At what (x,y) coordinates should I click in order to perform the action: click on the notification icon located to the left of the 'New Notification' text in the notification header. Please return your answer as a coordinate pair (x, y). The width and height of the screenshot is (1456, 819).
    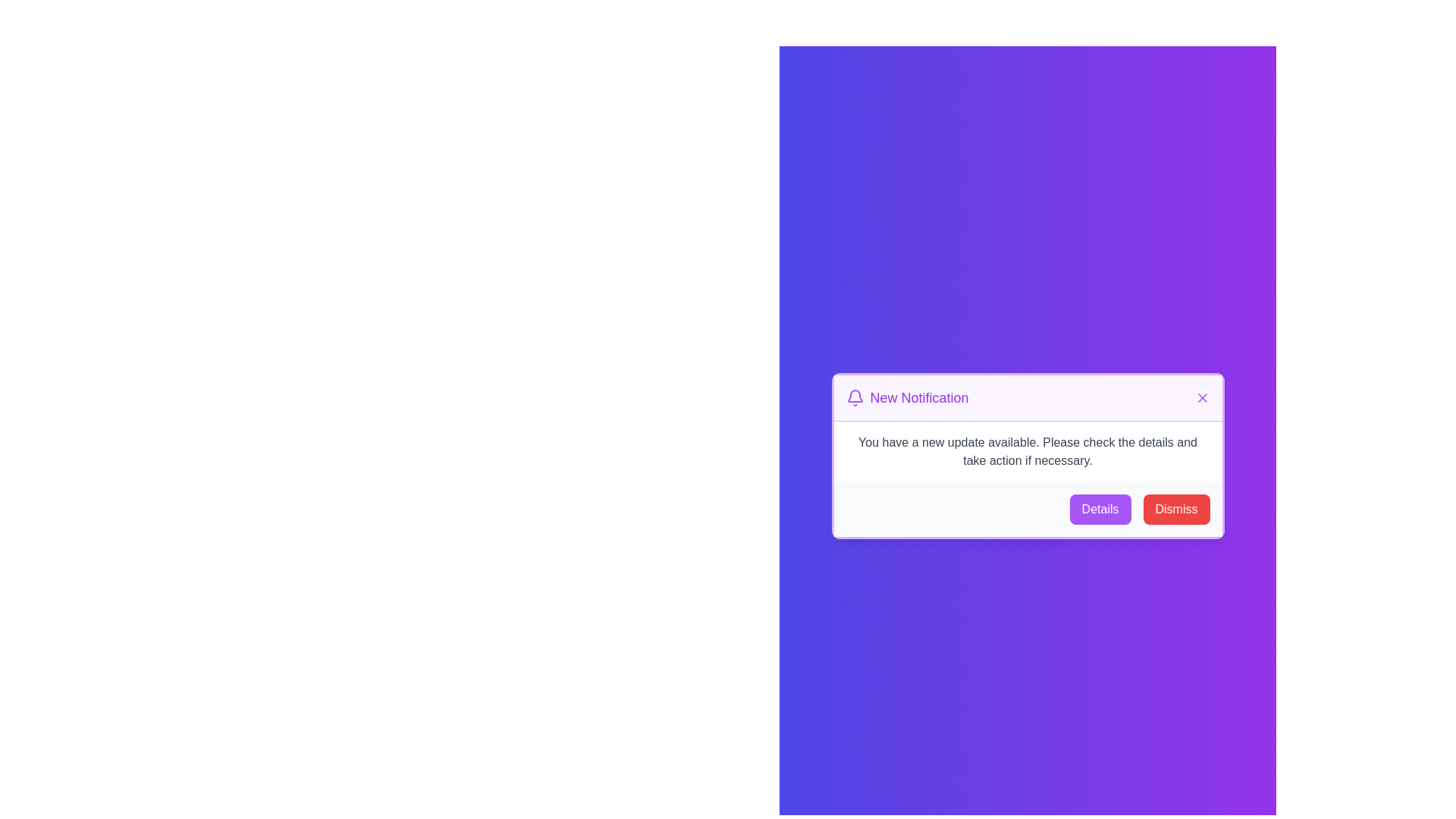
    Looking at the image, I should click on (855, 394).